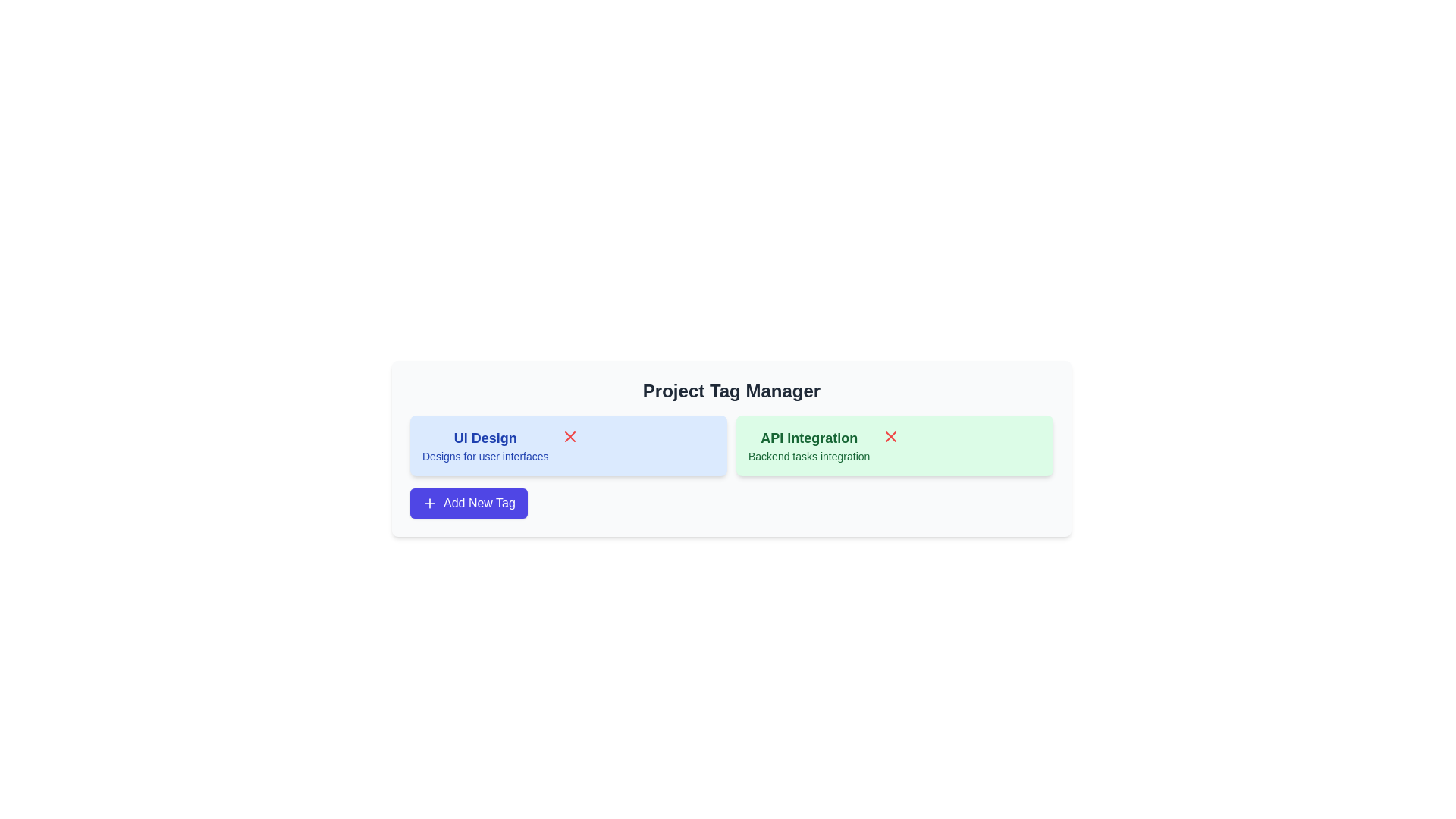  What do you see at coordinates (808, 455) in the screenshot?
I see `label displaying the text 'Backend tasks integration' which is styled in green and located beneath the bolded title 'API Integration' within a light green box` at bounding box center [808, 455].